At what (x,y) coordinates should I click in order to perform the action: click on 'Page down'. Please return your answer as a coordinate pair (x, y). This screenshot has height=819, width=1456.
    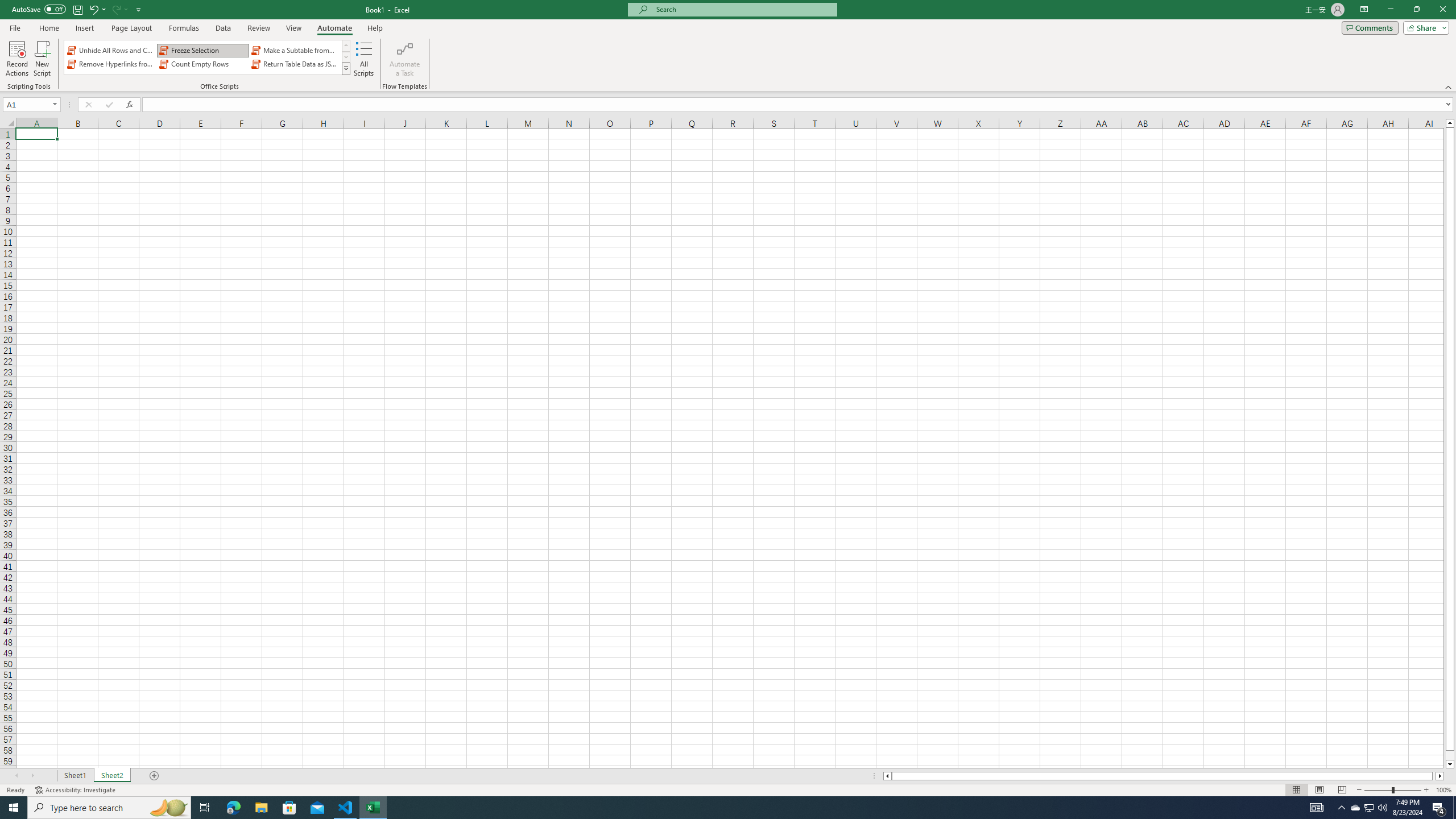
    Looking at the image, I should click on (1449, 755).